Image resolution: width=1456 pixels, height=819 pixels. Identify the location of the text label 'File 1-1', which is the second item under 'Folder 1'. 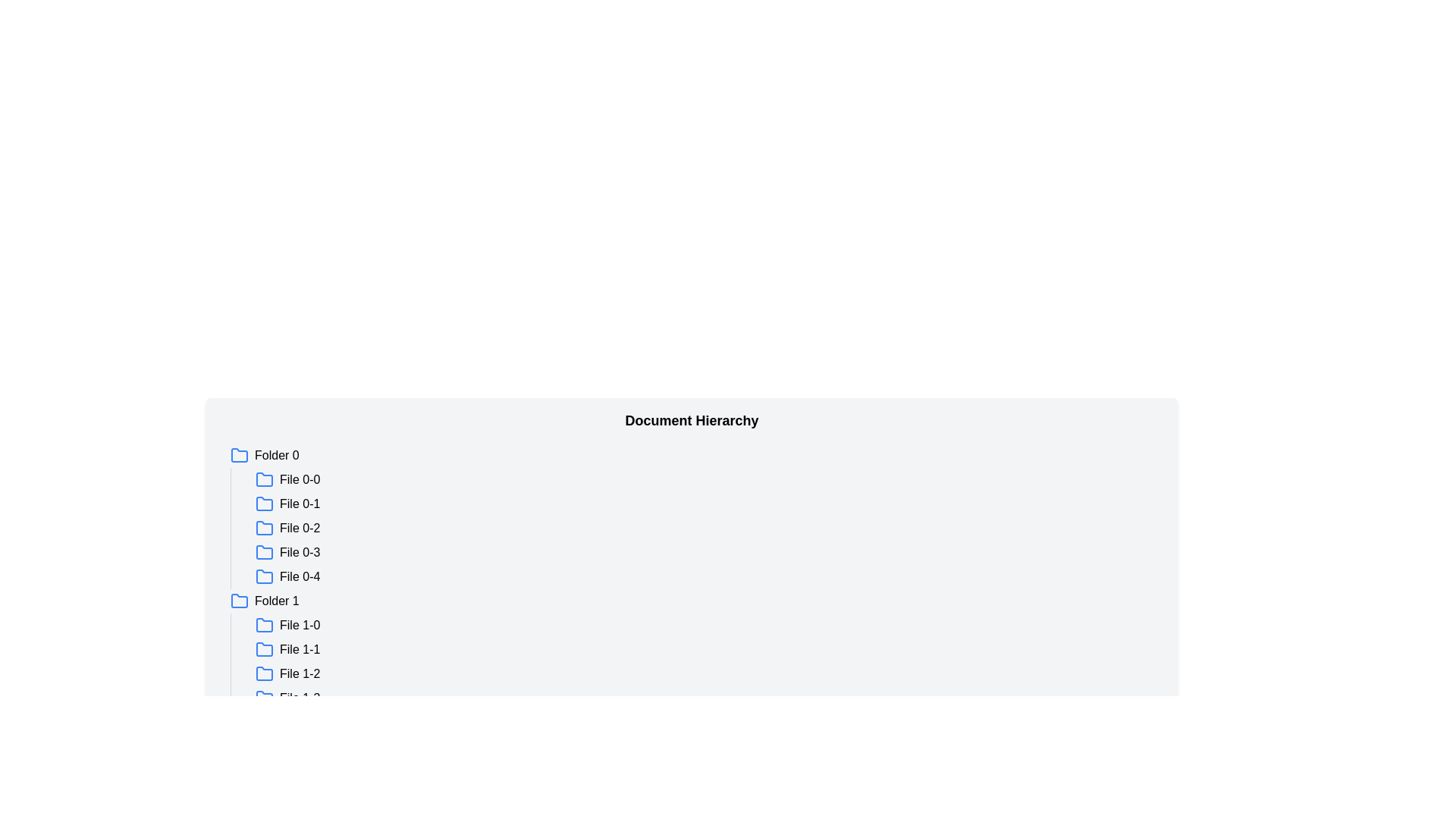
(300, 648).